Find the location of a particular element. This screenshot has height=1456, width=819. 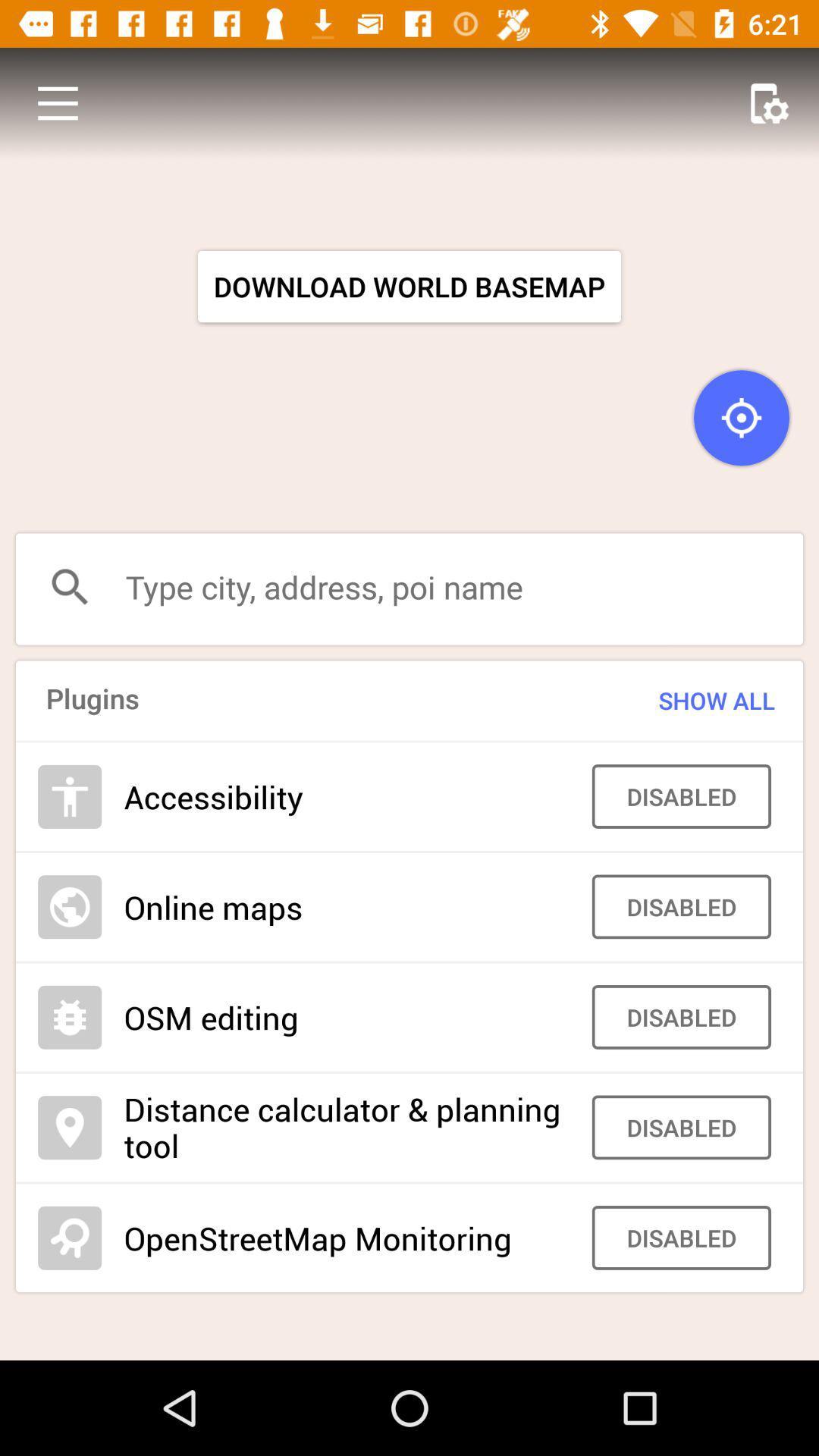

icon above the type city address item is located at coordinates (57, 102).